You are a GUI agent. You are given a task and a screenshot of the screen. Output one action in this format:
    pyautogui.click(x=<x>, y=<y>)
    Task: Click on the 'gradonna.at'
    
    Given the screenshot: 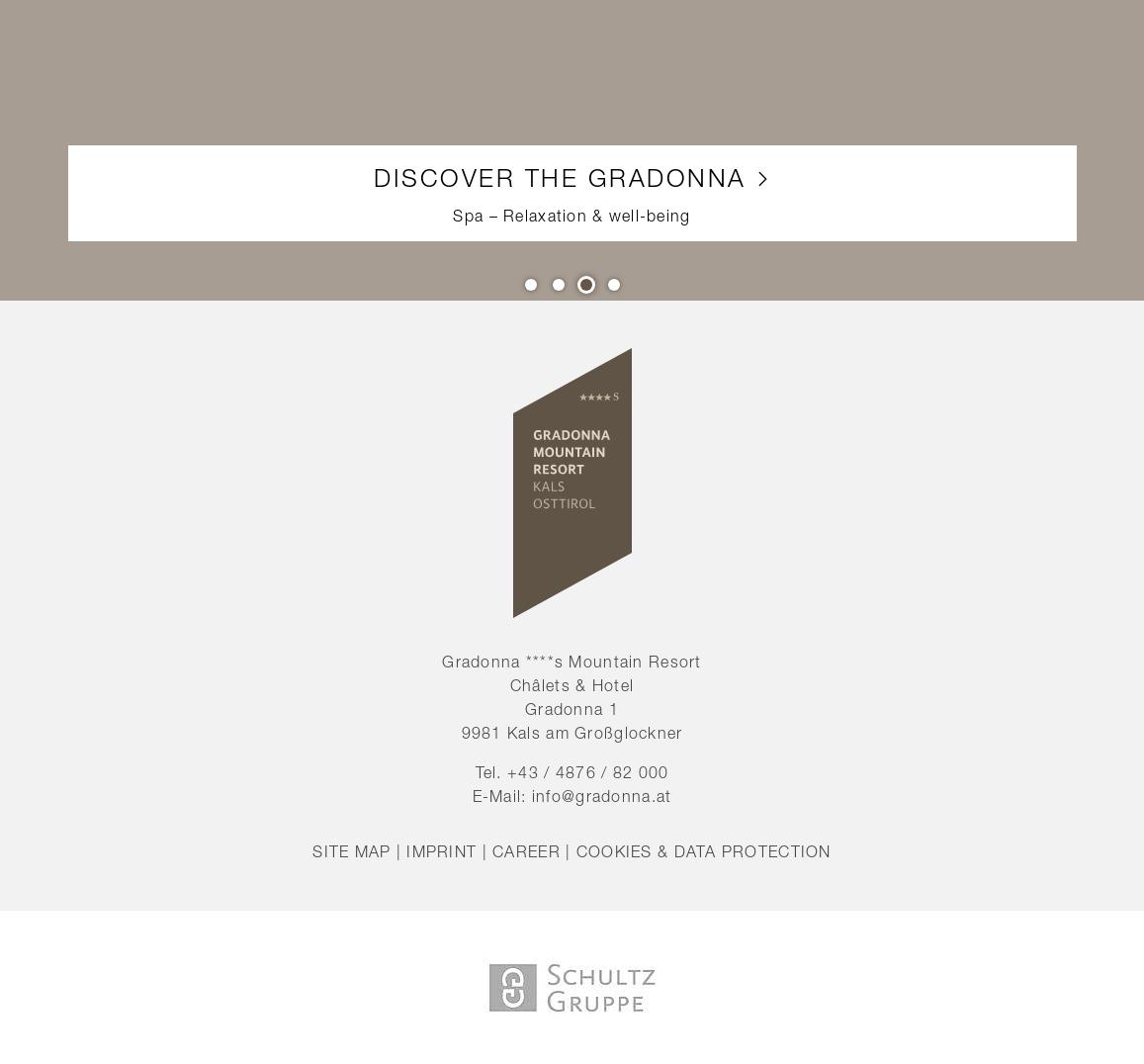 What is the action you would take?
    pyautogui.click(x=623, y=795)
    